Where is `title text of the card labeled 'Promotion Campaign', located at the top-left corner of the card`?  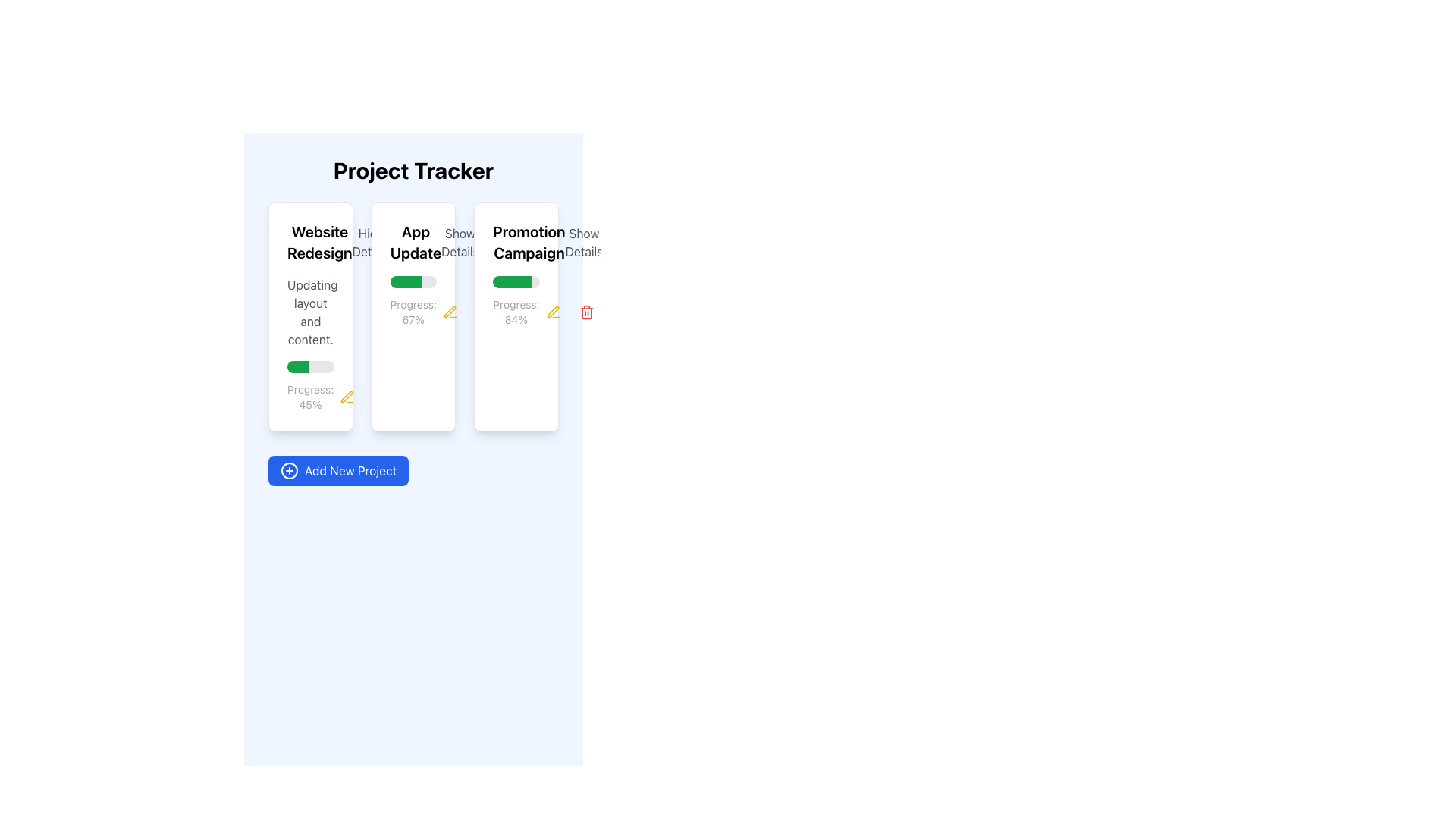
title text of the card labeled 'Promotion Campaign', located at the top-left corner of the card is located at coordinates (516, 242).